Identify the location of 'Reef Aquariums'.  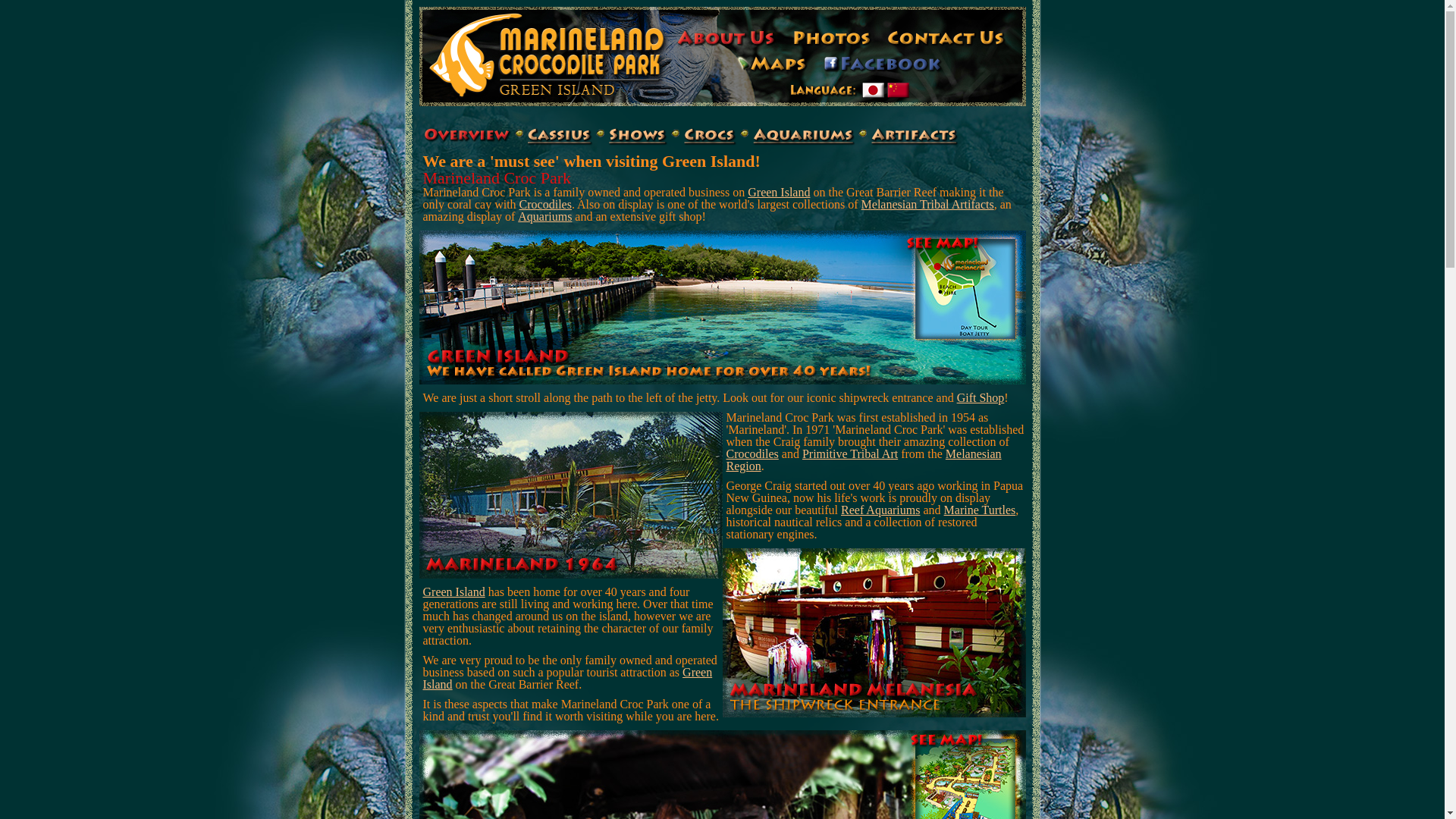
(880, 510).